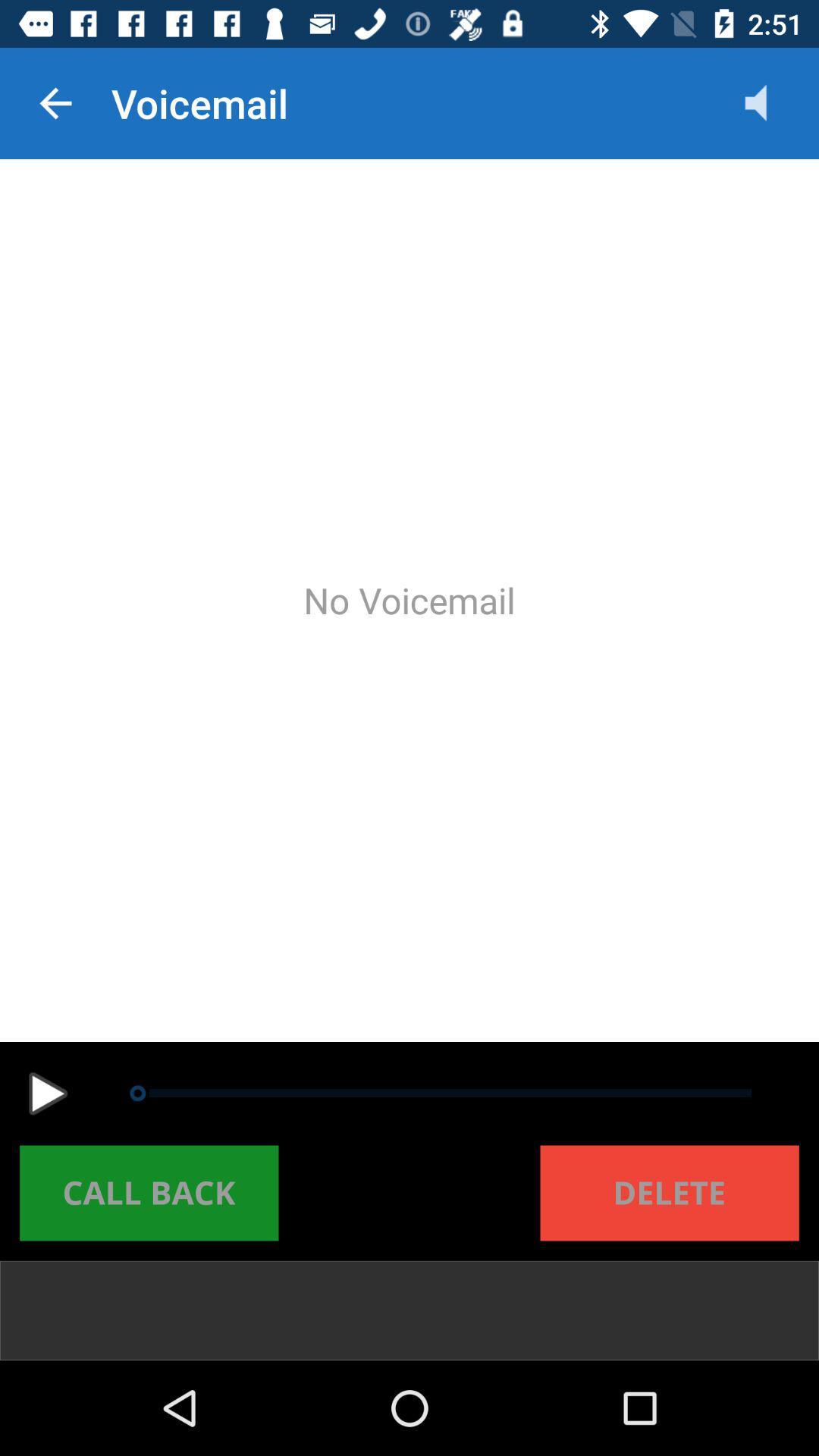  Describe the element at coordinates (771, 102) in the screenshot. I see `the item at the top right corner` at that location.